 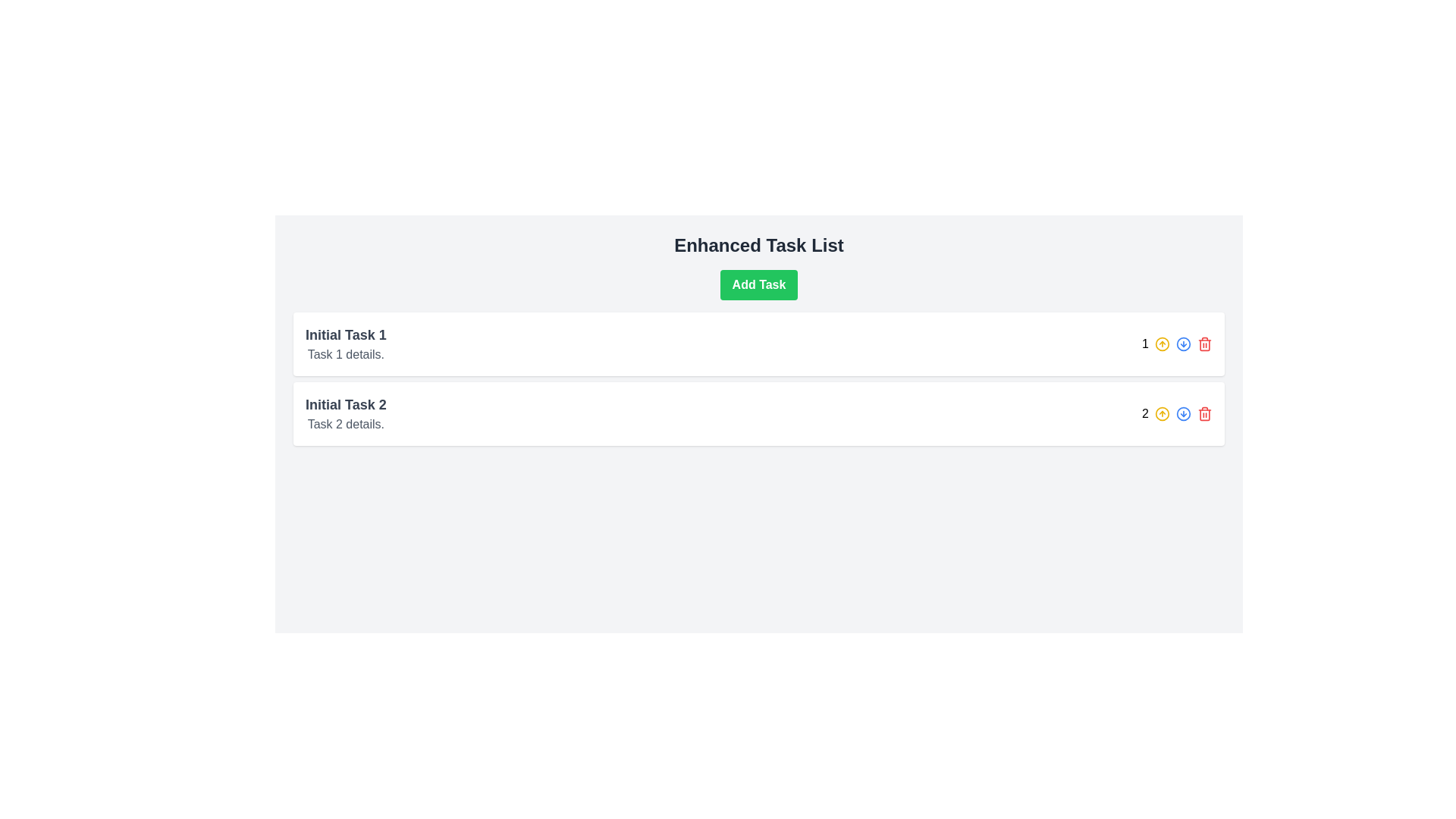 What do you see at coordinates (1182, 414) in the screenshot?
I see `the control button located in the second row of the task list, positioned towards the far right, following the numeric label '2'` at bounding box center [1182, 414].